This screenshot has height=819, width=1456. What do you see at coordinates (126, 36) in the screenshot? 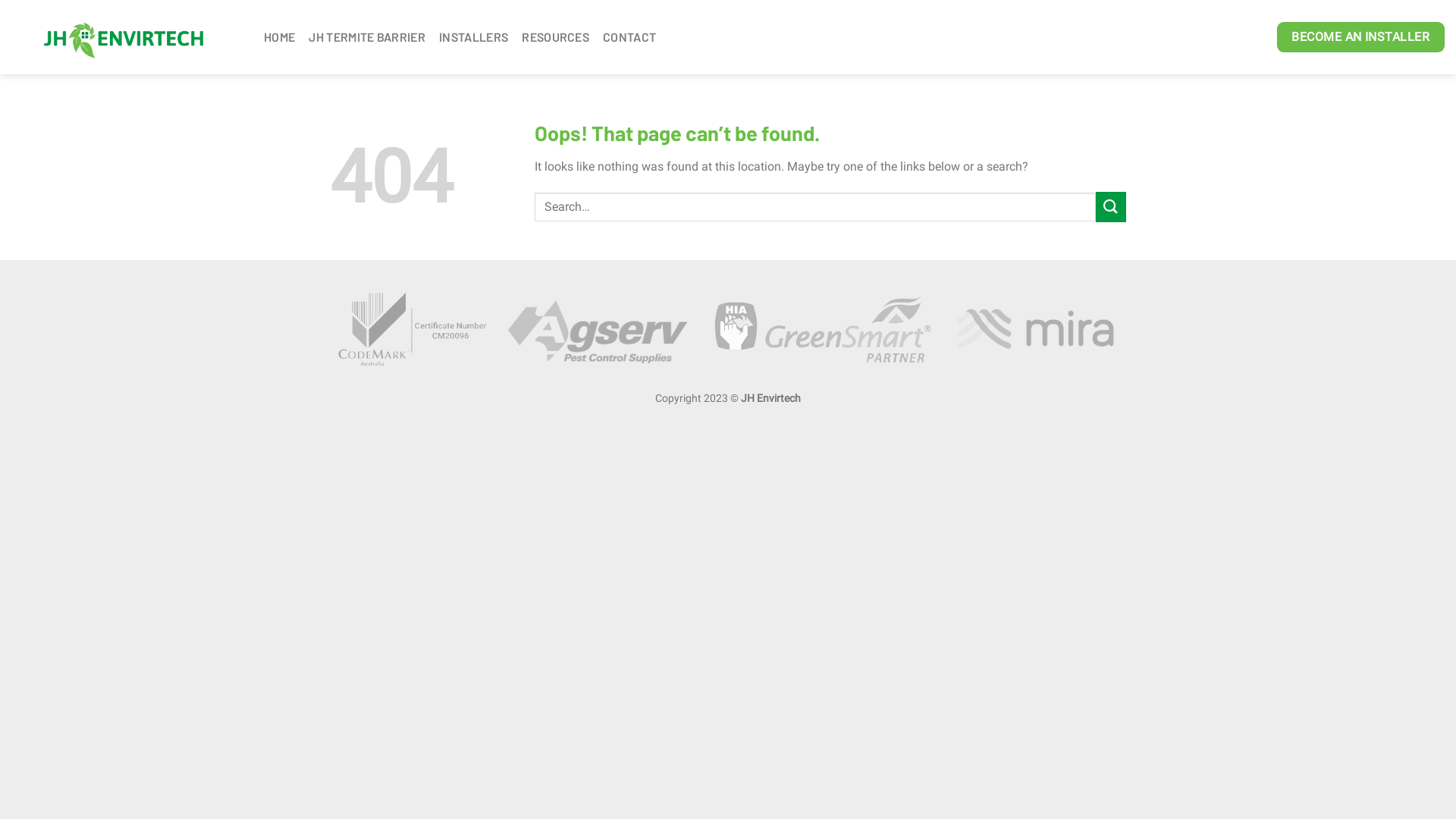
I see `'JH Envirtech - Termite Barrier System'` at bounding box center [126, 36].